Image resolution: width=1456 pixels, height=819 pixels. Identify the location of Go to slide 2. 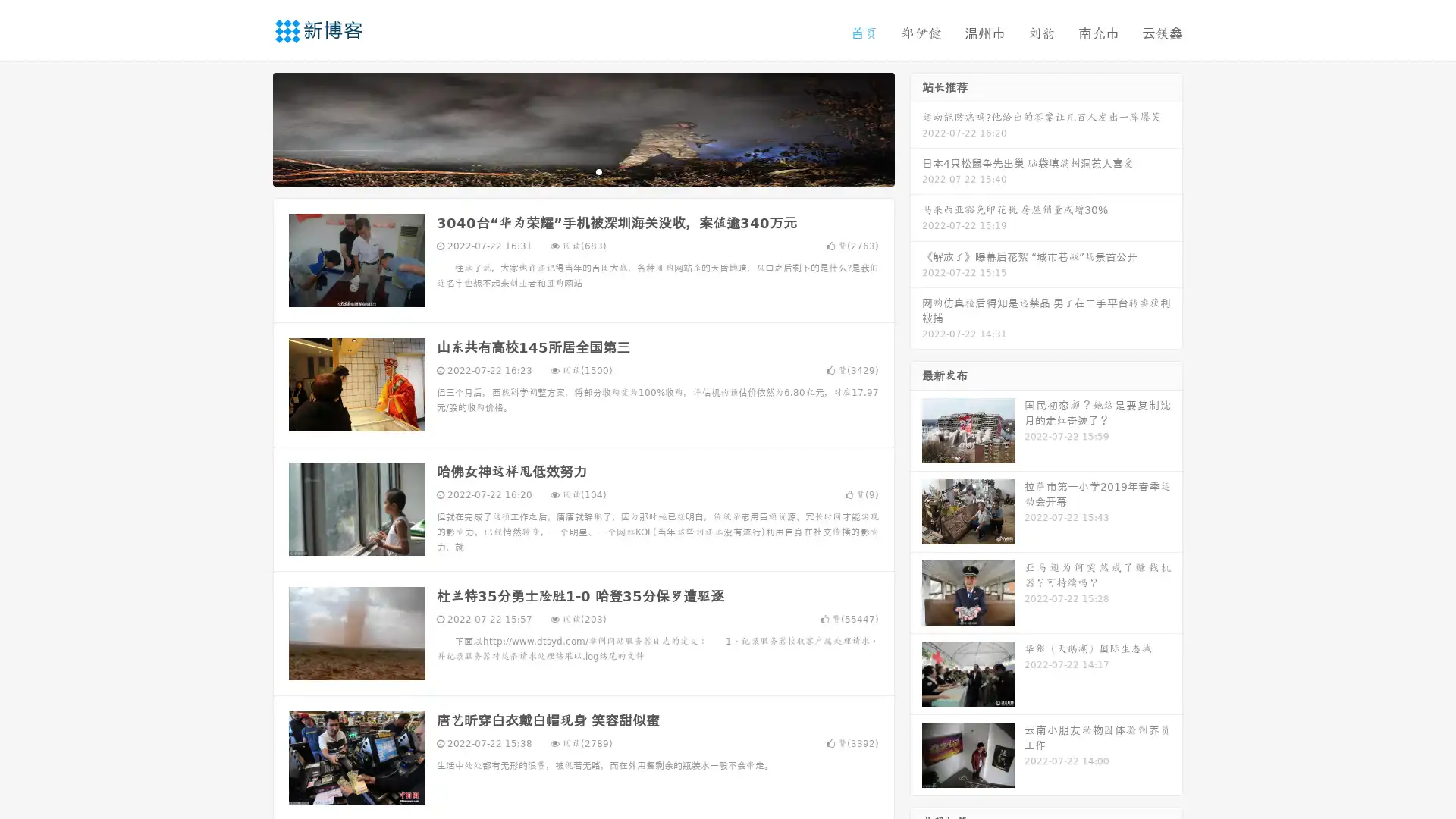
(582, 171).